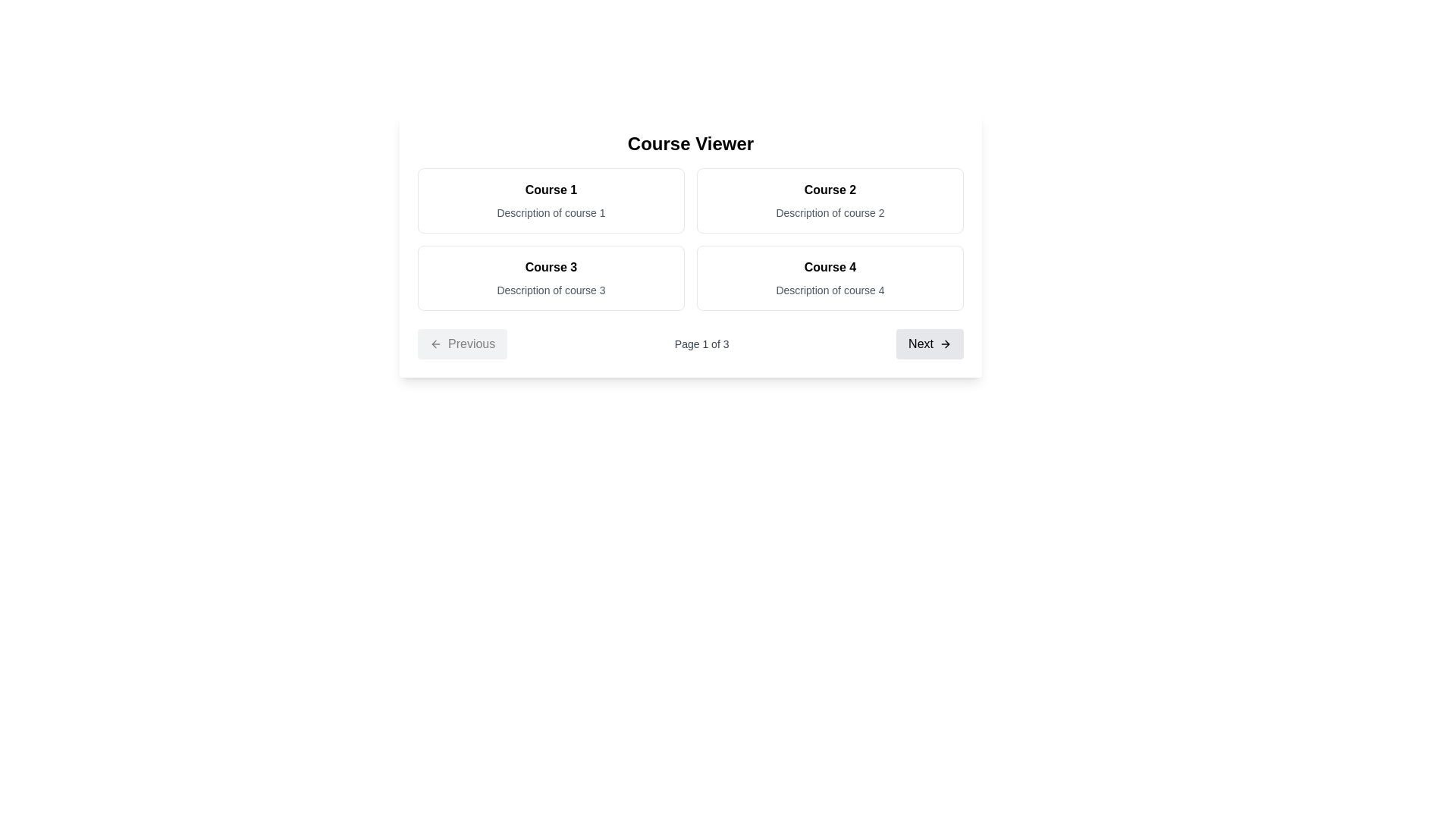 The height and width of the screenshot is (819, 1456). I want to click on the static text label that indicates the current page number in the pagination bar, located centrally between the 'Previous' and 'Next' buttons, so click(701, 344).